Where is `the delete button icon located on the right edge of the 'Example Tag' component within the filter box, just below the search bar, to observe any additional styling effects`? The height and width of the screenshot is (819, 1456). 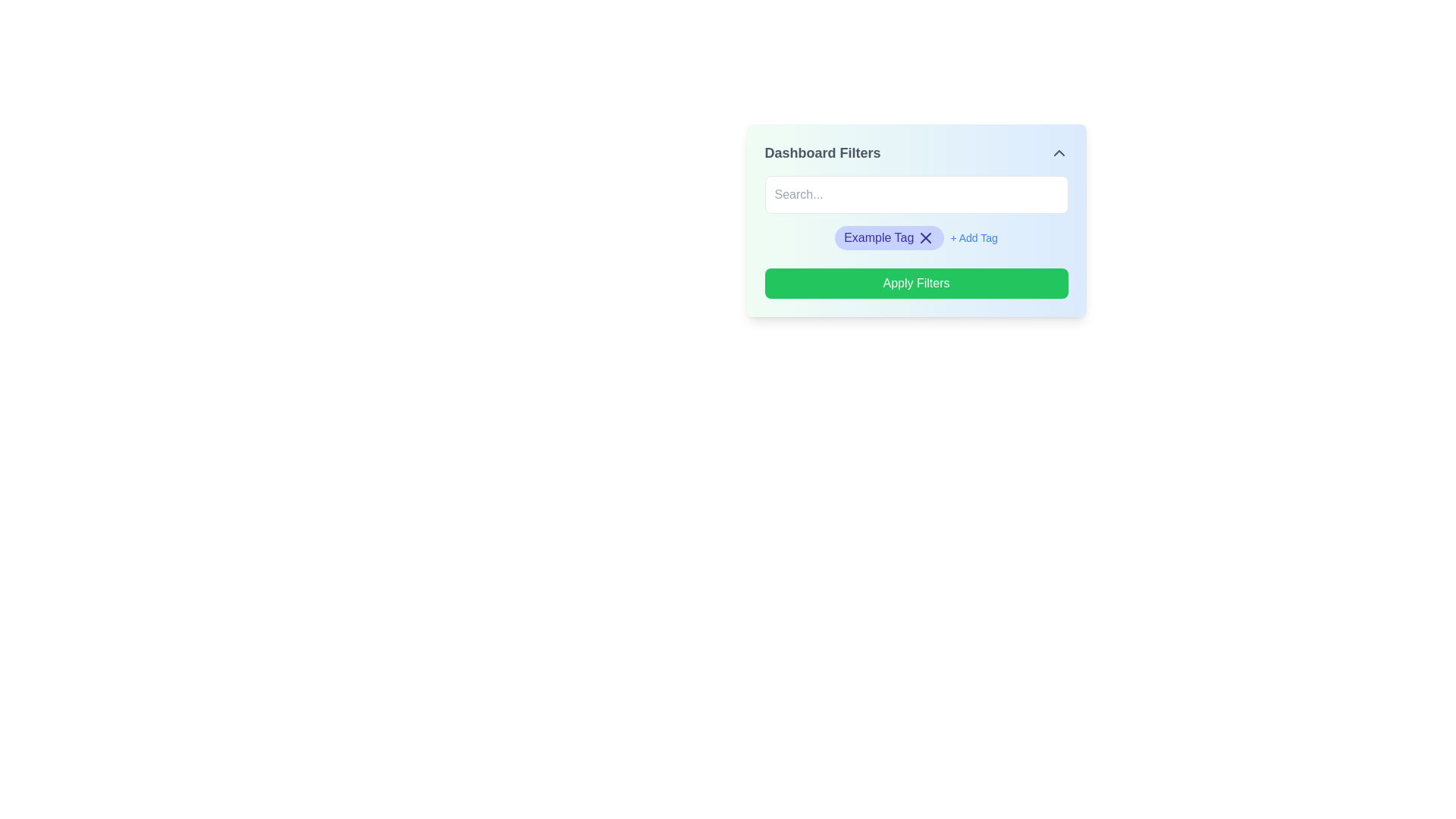 the delete button icon located on the right edge of the 'Example Tag' component within the filter box, just below the search bar, to observe any additional styling effects is located at coordinates (925, 237).